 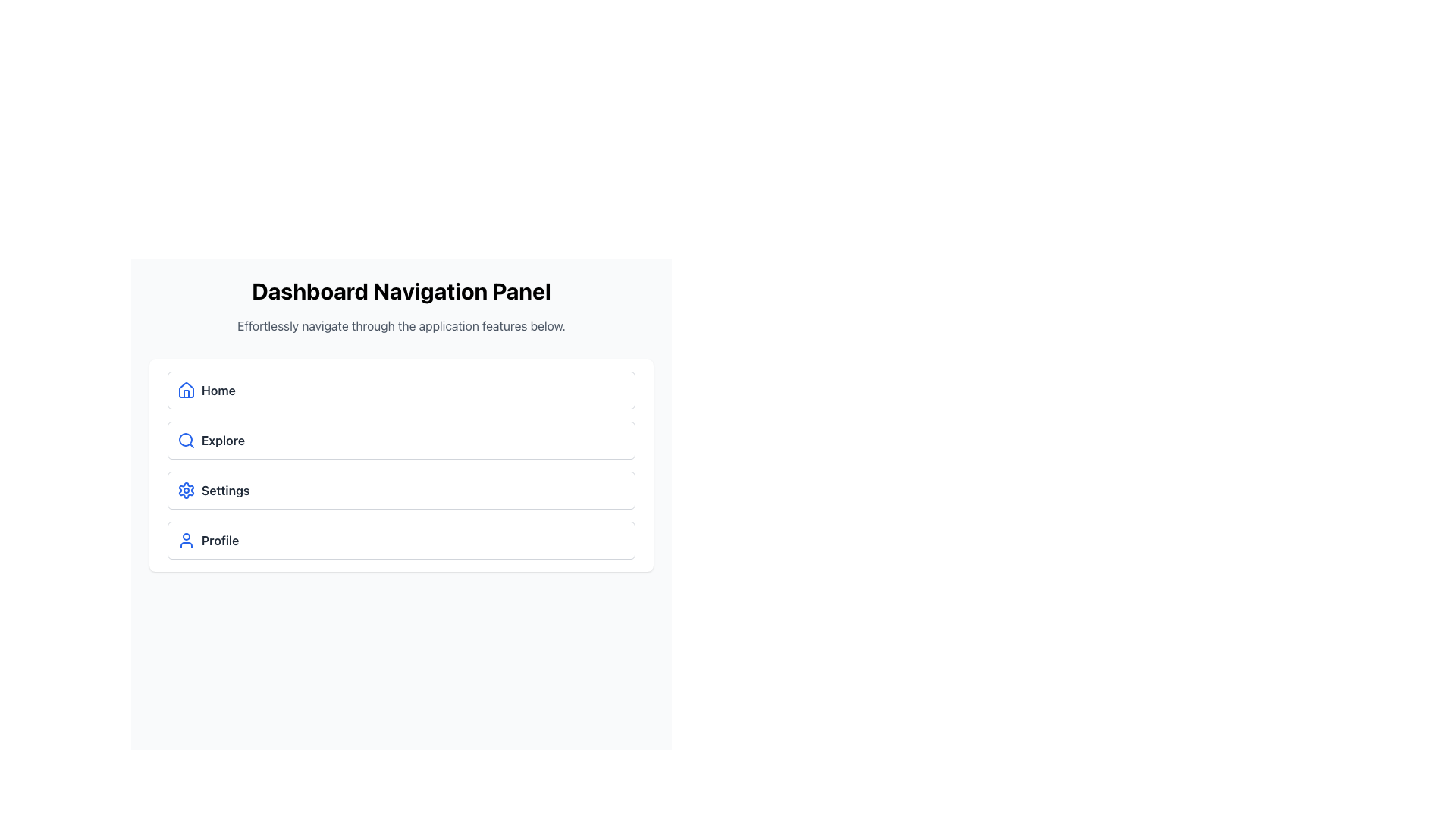 I want to click on the 'Settings' text label, which is the descriptive label for the 'Settings' button located in a vertical navigation list, so click(x=224, y=491).